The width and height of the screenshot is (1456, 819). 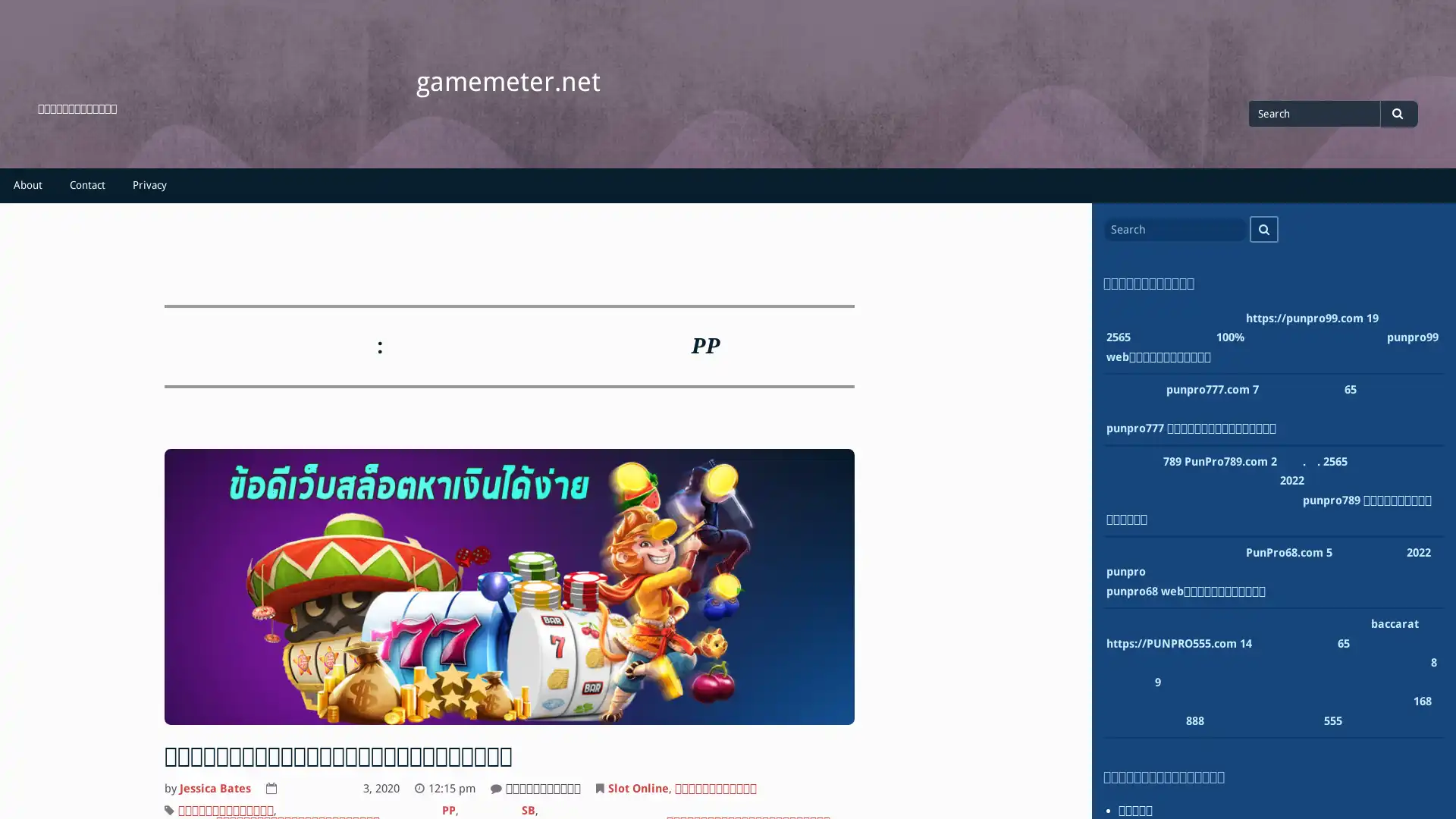 What do you see at coordinates (1398, 113) in the screenshot?
I see `Search` at bounding box center [1398, 113].